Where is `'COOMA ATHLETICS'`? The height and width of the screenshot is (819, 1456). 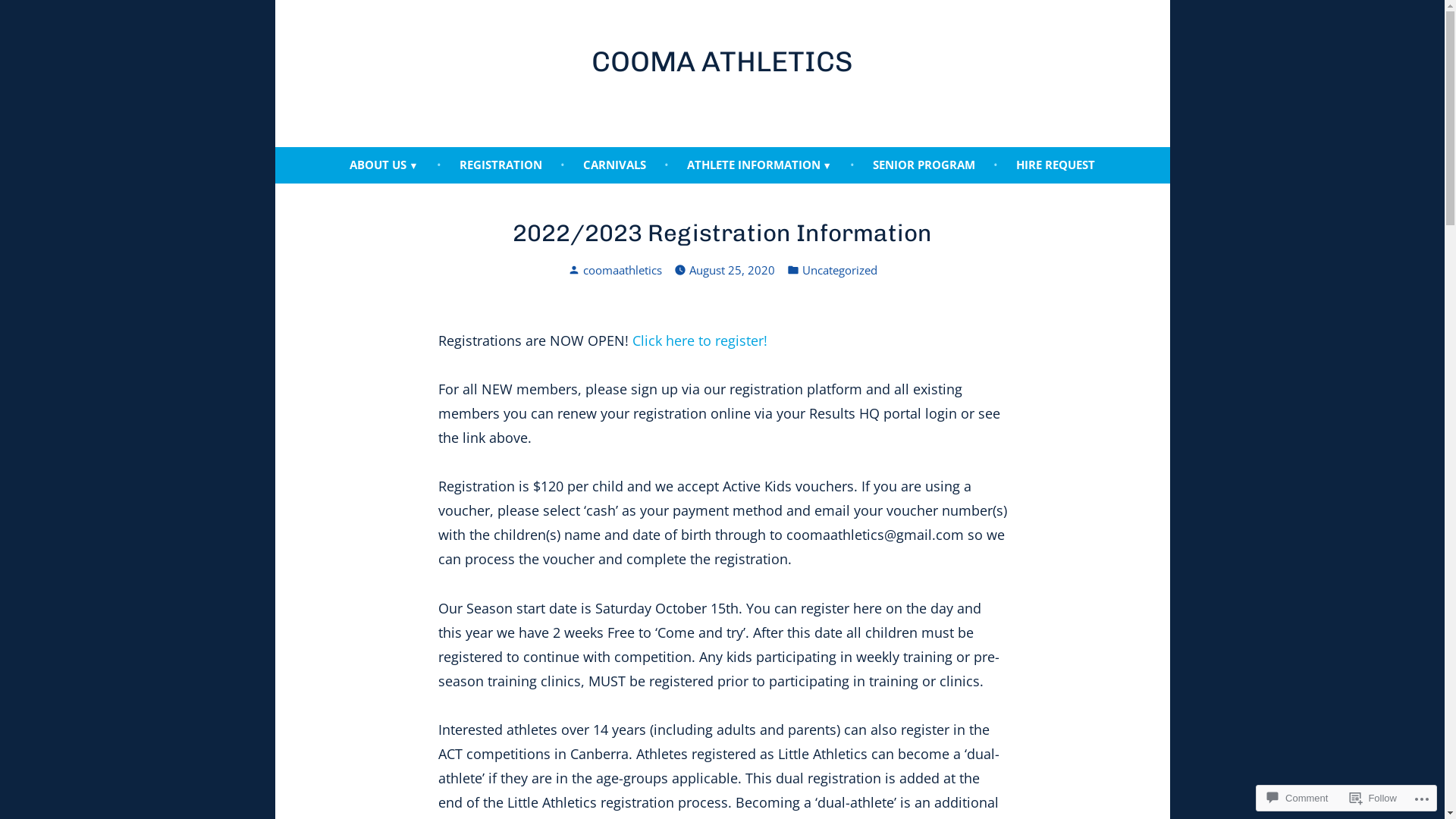 'COOMA ATHLETICS' is located at coordinates (721, 61).